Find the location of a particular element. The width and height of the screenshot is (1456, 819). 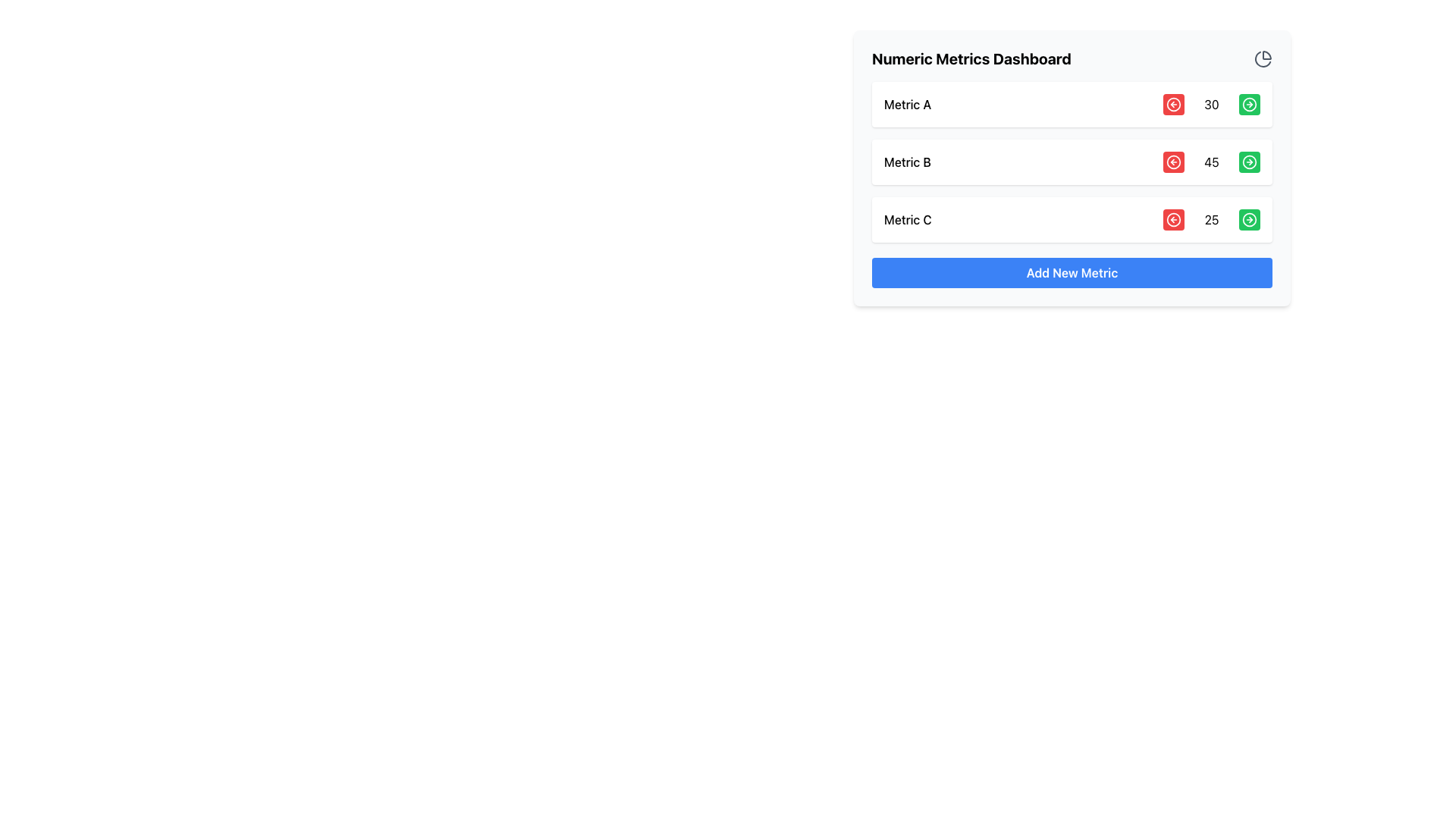

the numeric value '30' displayed in the Text Label, which is part of the 'Metric A' row in the dashboard is located at coordinates (1211, 104).